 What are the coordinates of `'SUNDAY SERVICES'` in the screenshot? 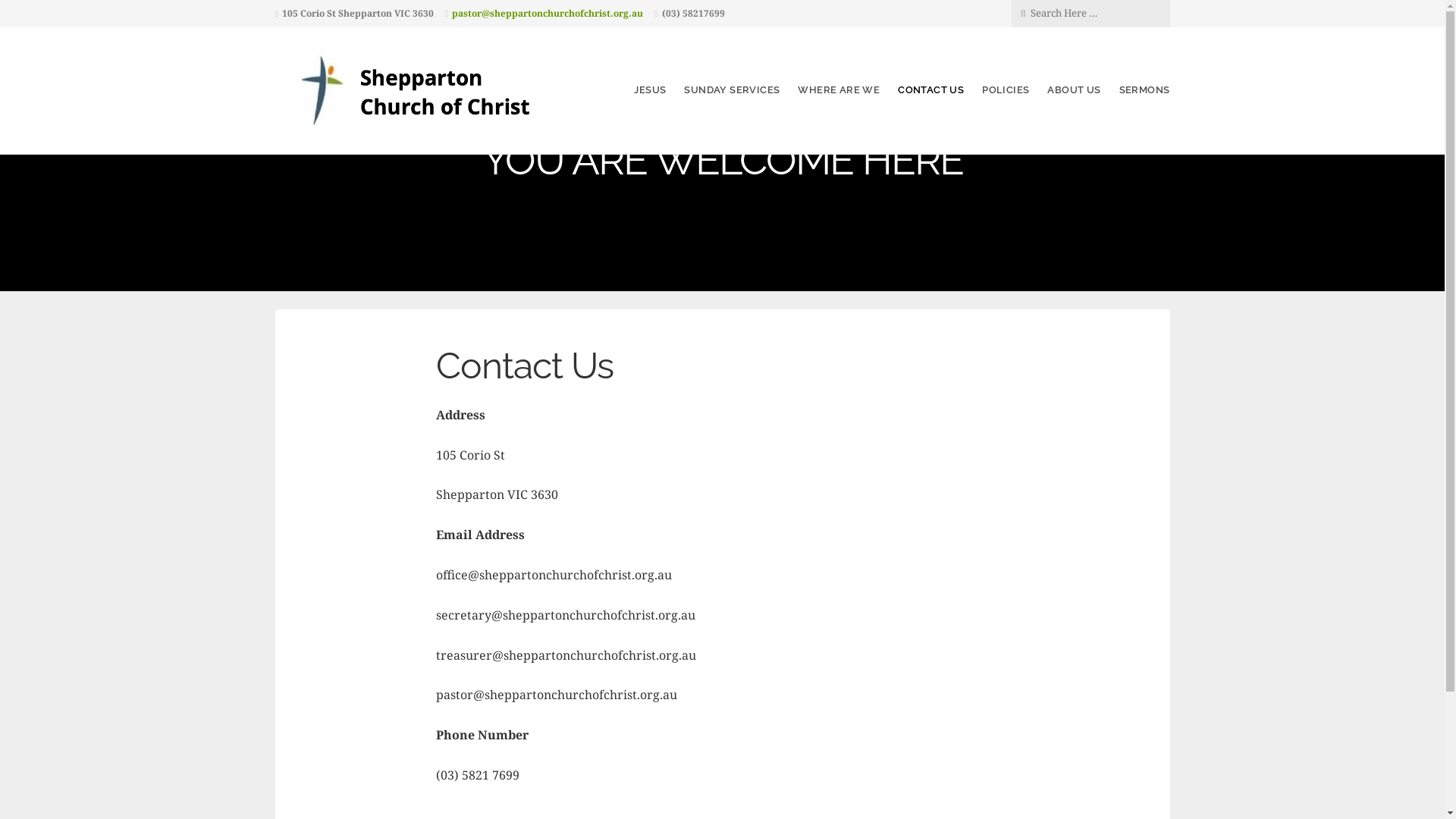 It's located at (683, 89).